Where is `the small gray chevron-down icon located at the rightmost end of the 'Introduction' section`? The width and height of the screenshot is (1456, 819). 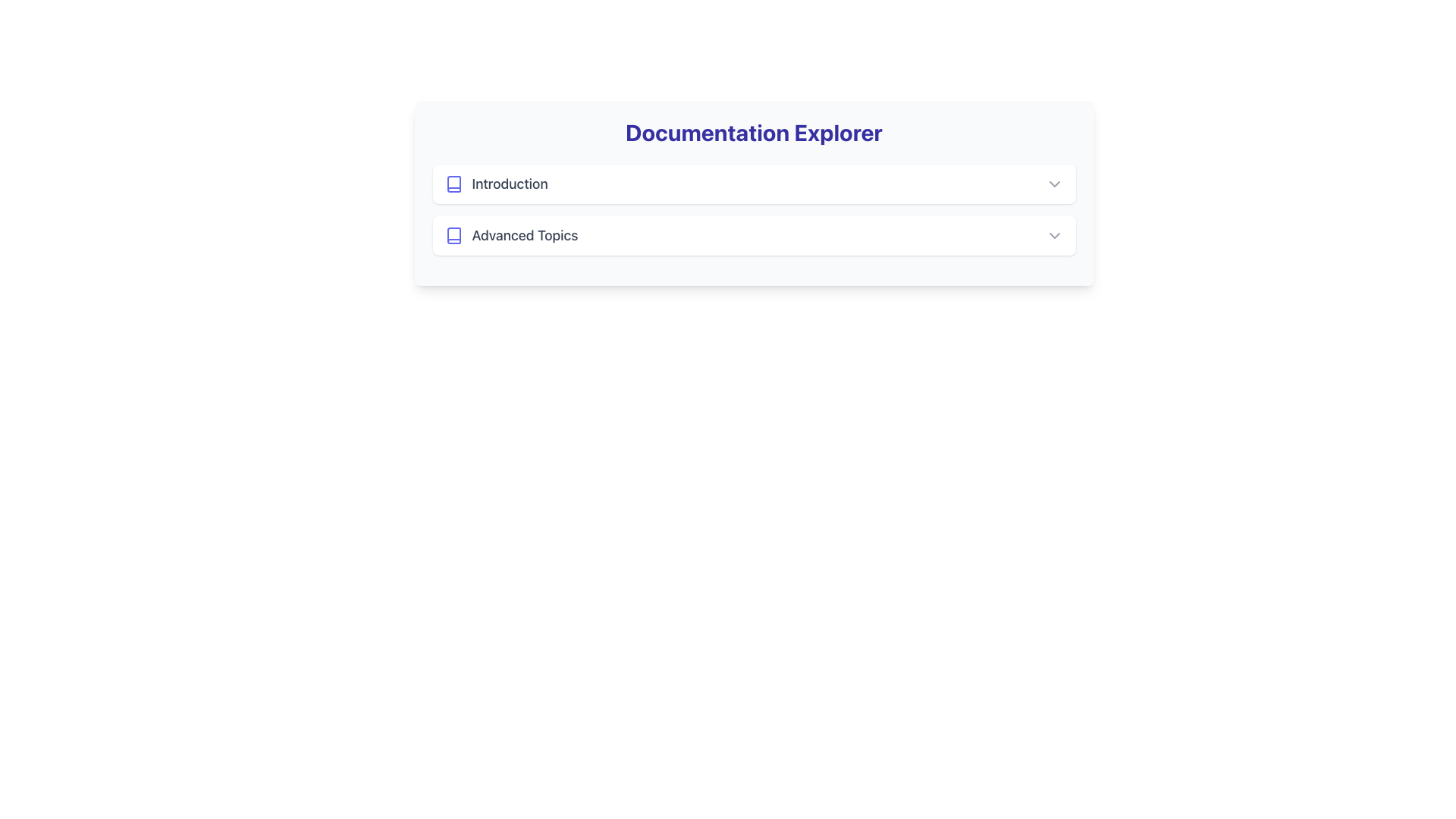
the small gray chevron-down icon located at the rightmost end of the 'Introduction' section is located at coordinates (1053, 184).